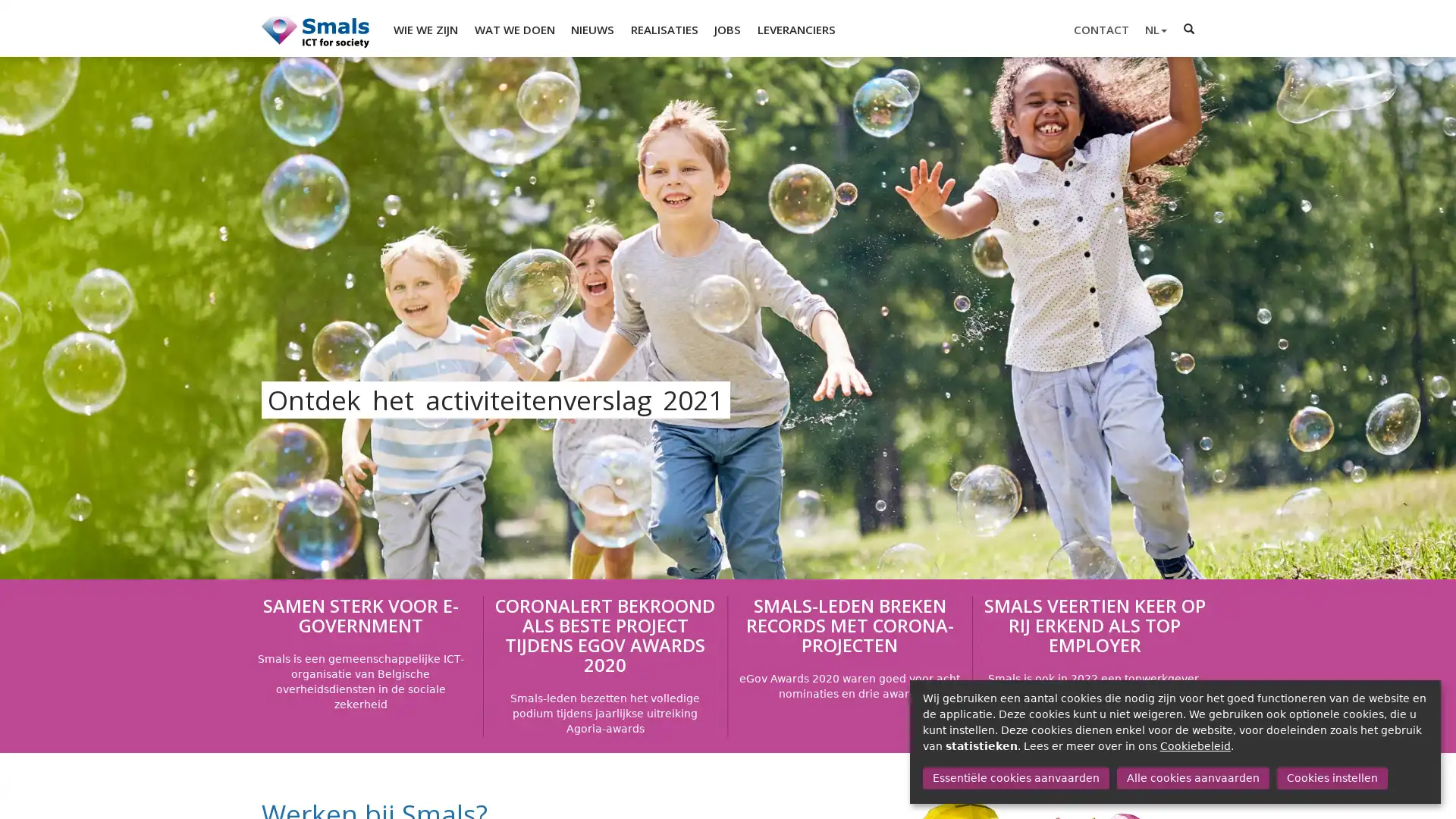 This screenshot has width=1456, height=819. What do you see at coordinates (1015, 778) in the screenshot?
I see `Essentiele cookies aanvaarden` at bounding box center [1015, 778].